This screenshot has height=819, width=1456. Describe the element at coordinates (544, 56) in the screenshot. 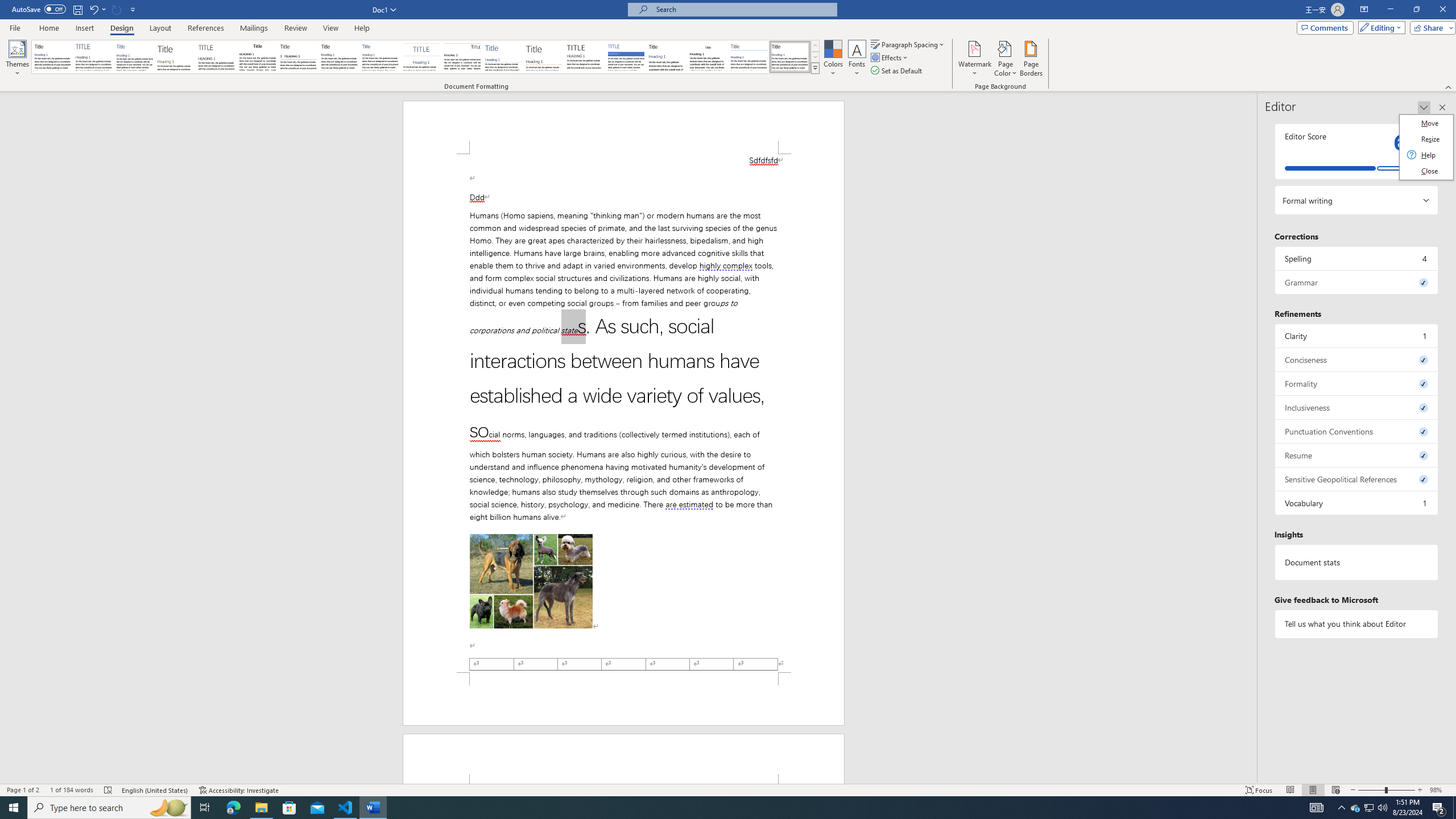

I see `'Lines (Stylish)'` at that location.